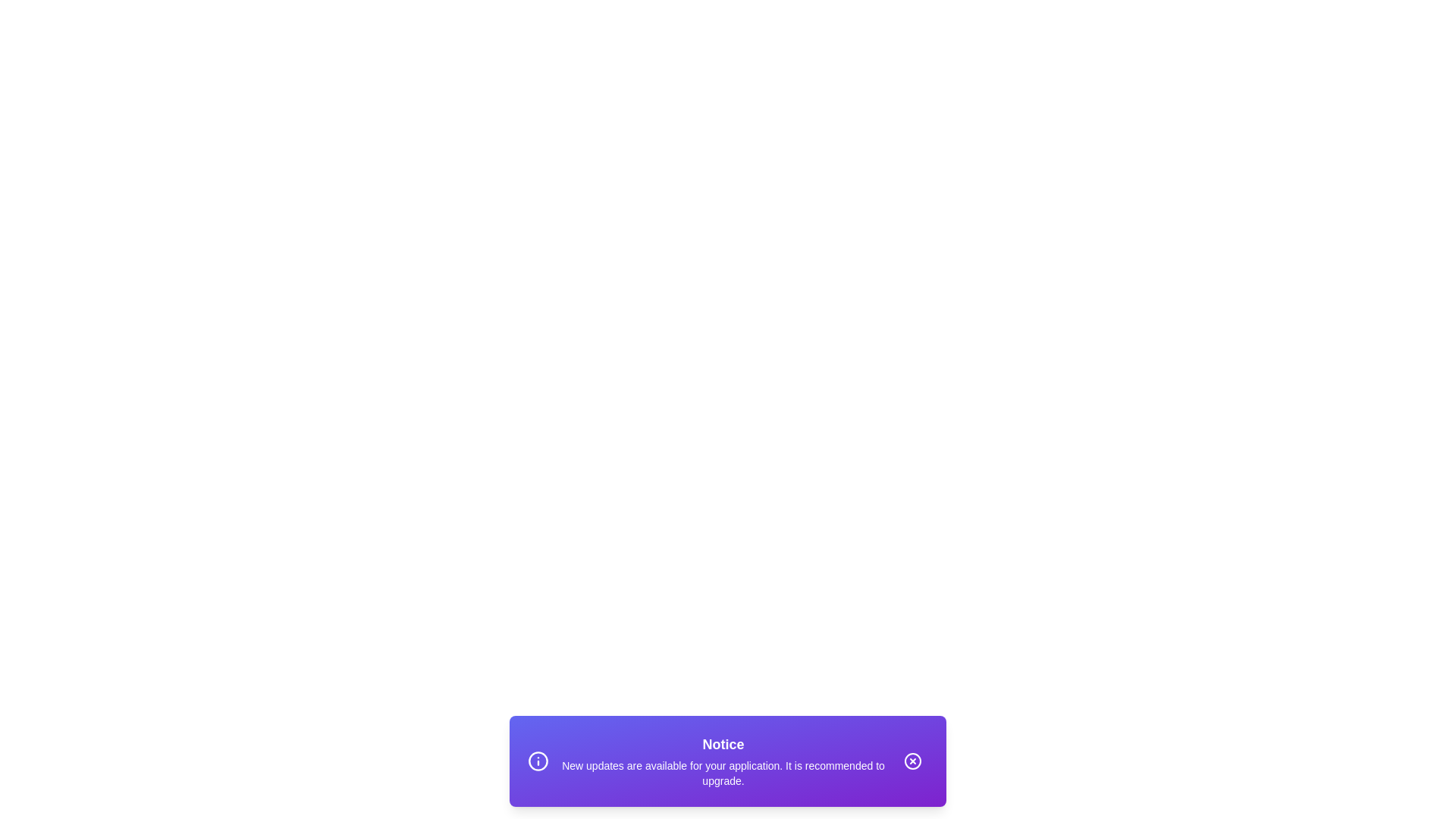 This screenshot has width=1456, height=819. I want to click on the information icon to view additional information, so click(538, 761).